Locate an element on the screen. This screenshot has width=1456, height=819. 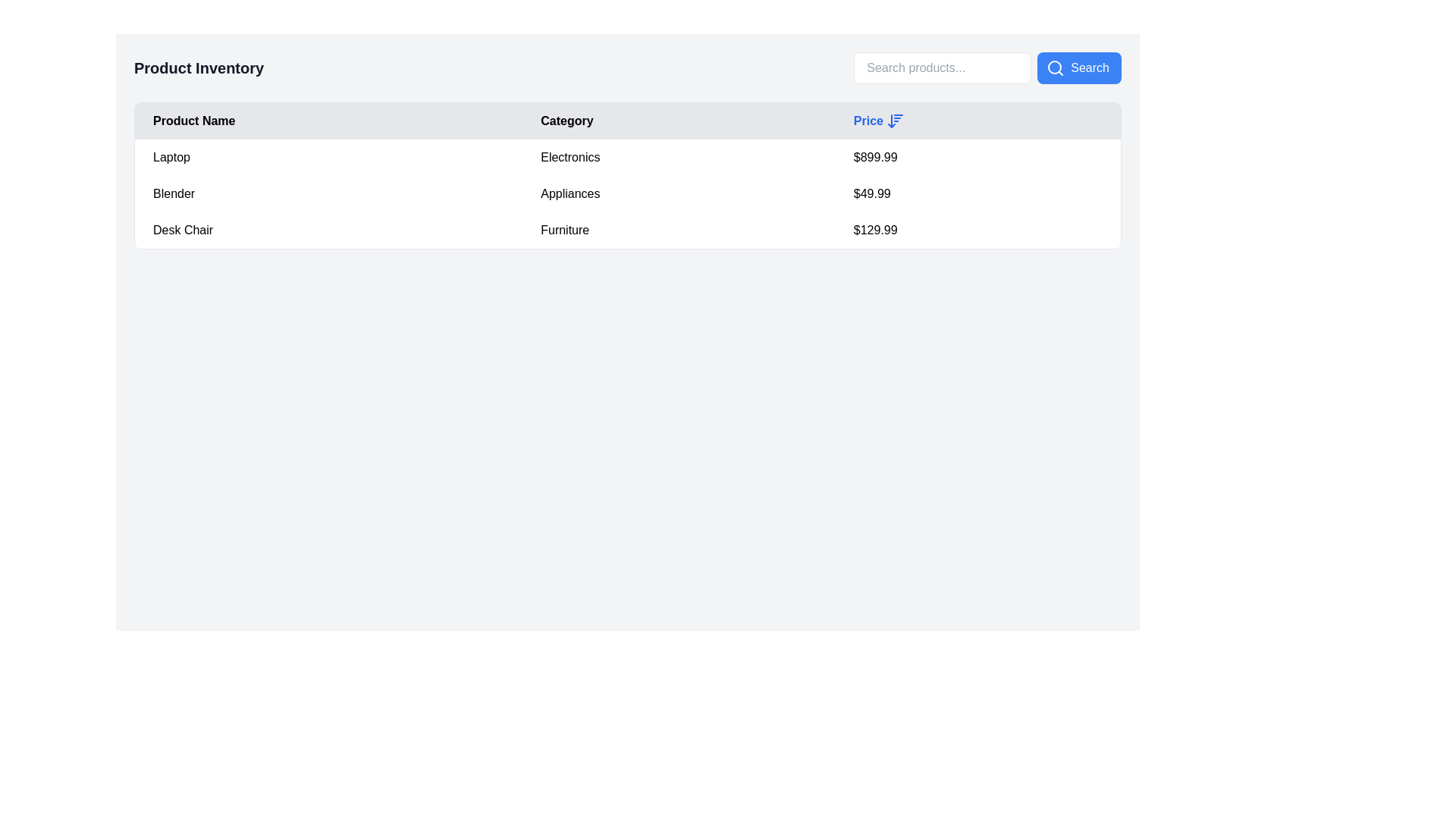
static text label 'Price' displayed in bold blue font, which serves as the header for the monetary values column in the table is located at coordinates (868, 120).